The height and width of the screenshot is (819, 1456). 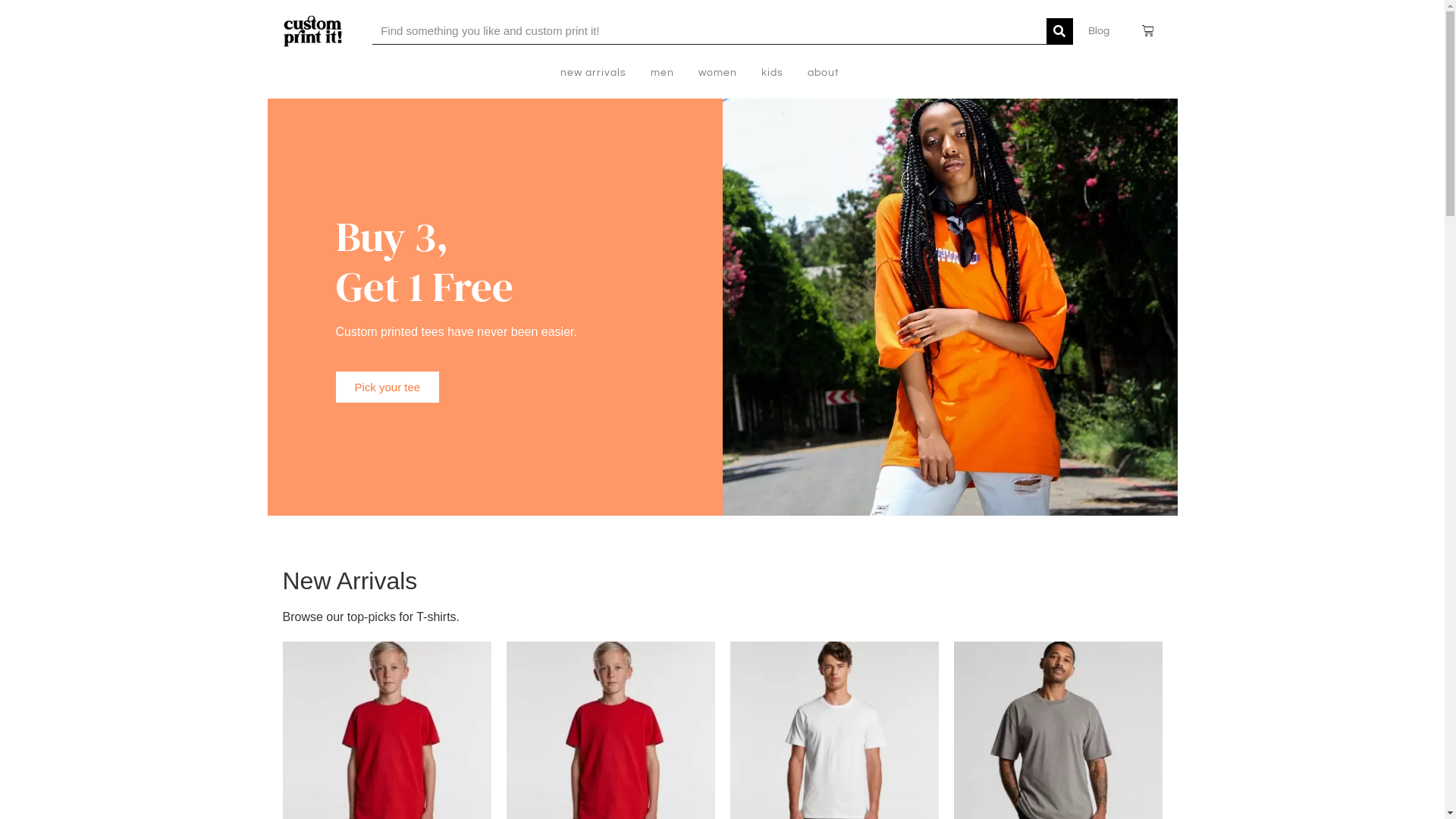 I want to click on 'about', so click(x=822, y=73).